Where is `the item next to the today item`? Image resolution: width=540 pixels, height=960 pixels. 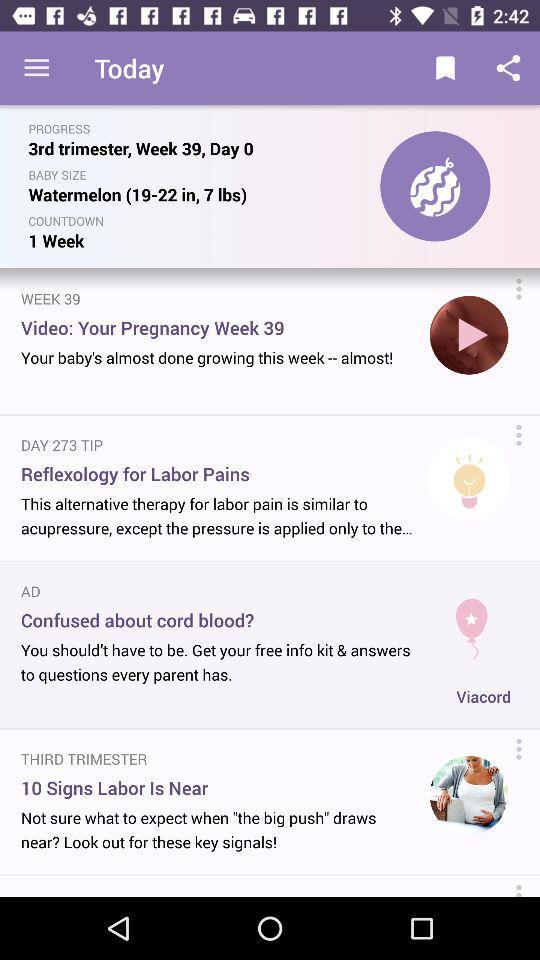 the item next to the today item is located at coordinates (36, 68).